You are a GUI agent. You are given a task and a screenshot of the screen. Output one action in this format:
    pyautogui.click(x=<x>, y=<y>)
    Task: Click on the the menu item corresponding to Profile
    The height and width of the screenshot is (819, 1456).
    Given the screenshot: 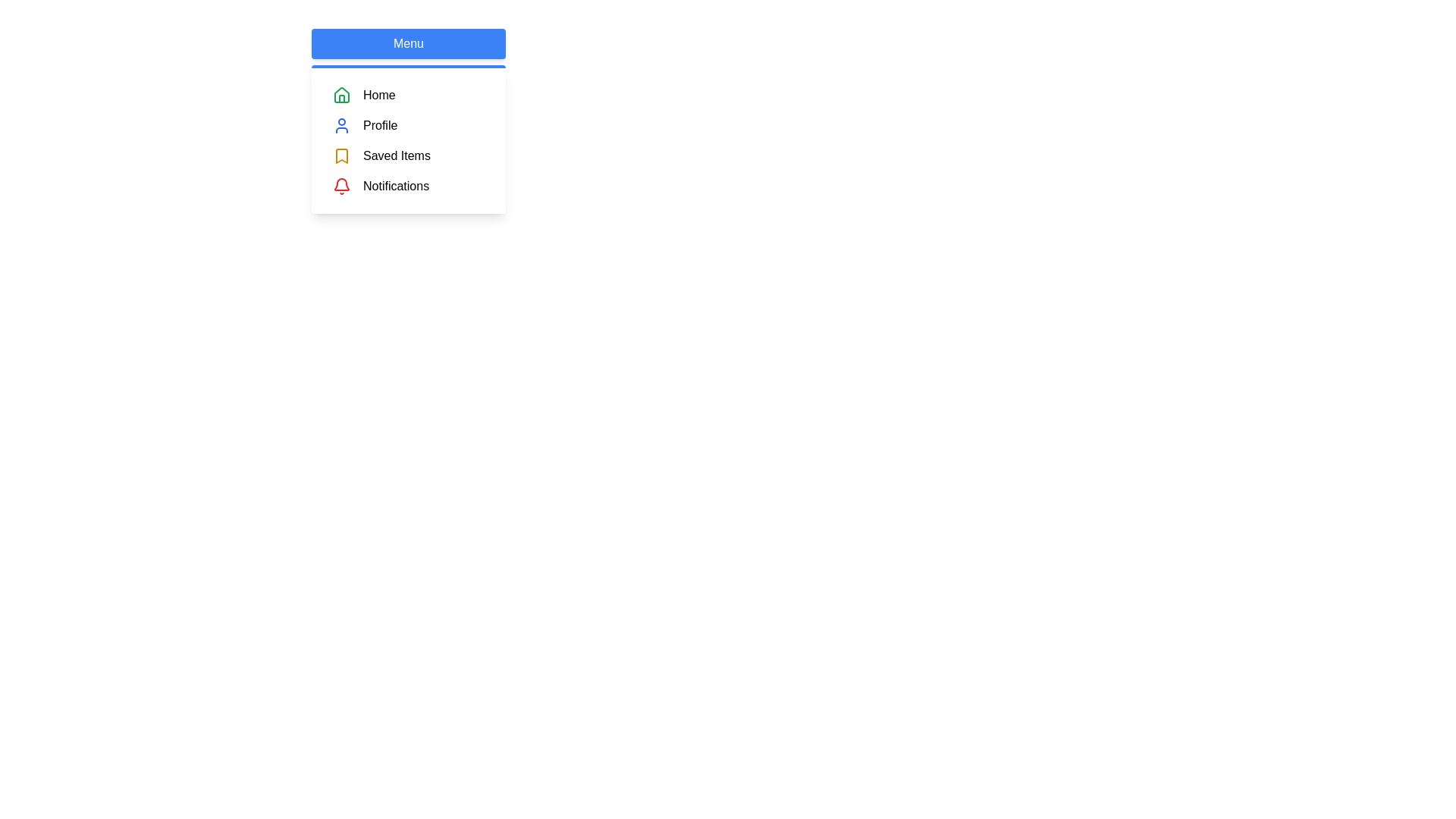 What is the action you would take?
    pyautogui.click(x=331, y=124)
    